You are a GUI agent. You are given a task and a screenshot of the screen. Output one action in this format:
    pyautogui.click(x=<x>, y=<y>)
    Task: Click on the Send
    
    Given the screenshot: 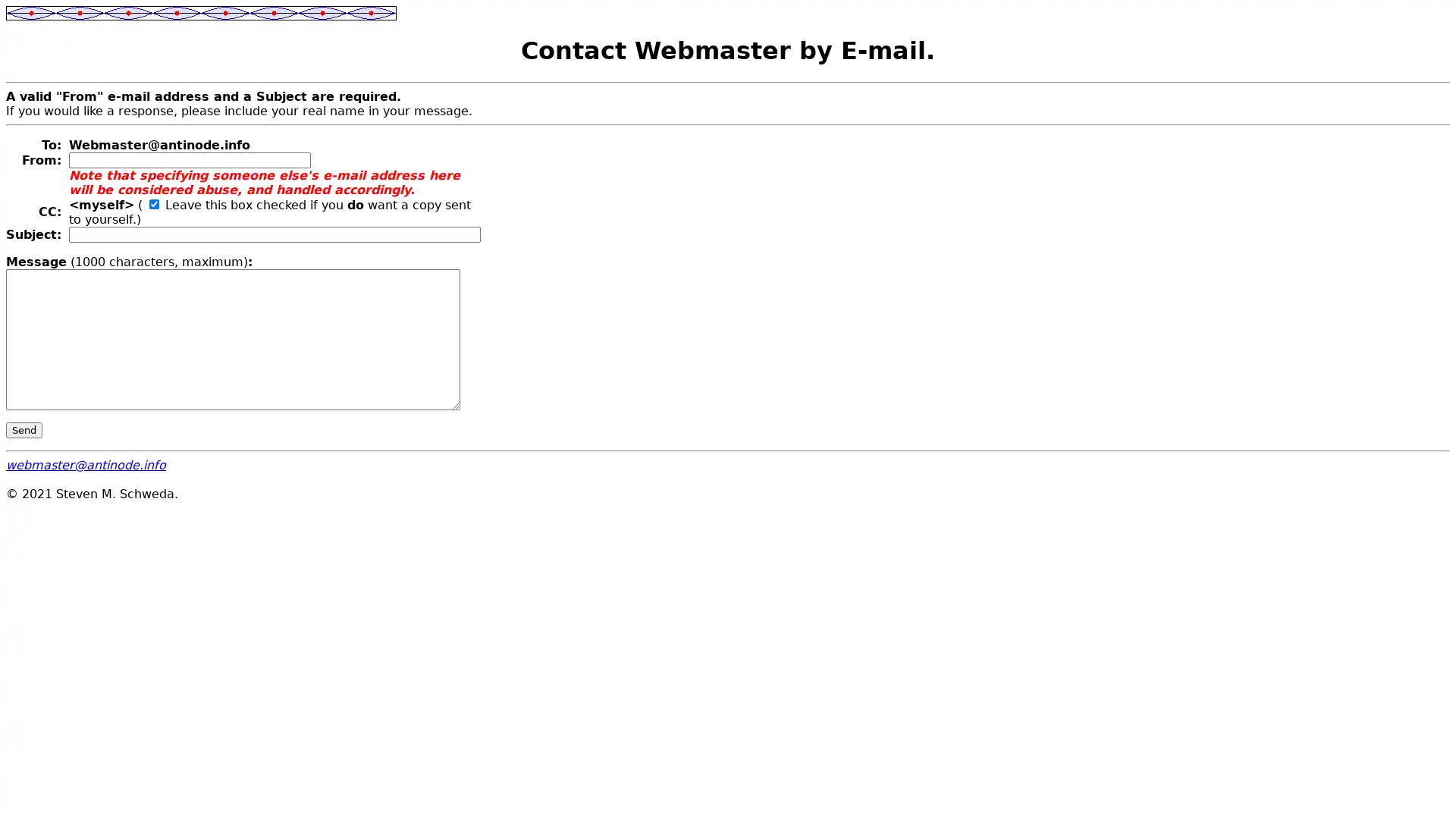 What is the action you would take?
    pyautogui.click(x=24, y=429)
    